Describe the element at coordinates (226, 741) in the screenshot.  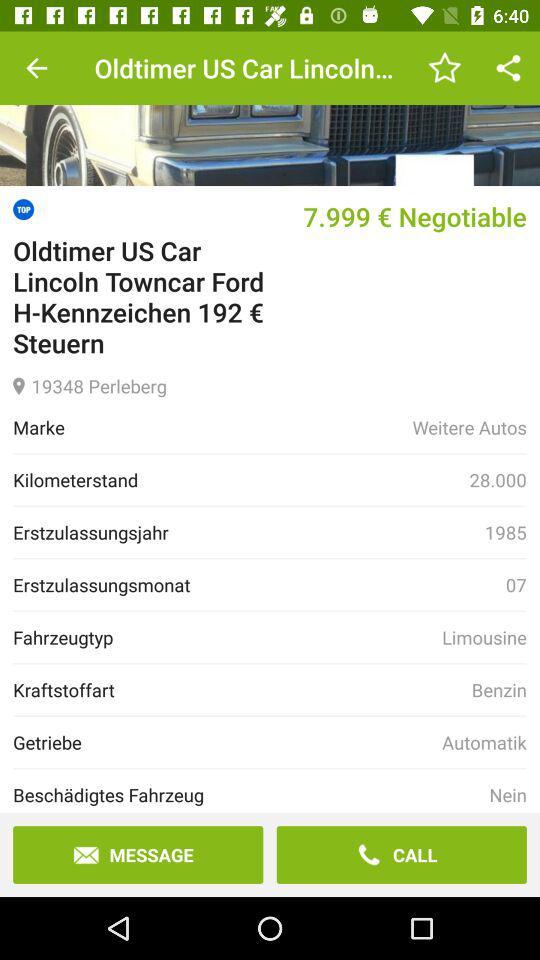
I see `the item next to automatik icon` at that location.